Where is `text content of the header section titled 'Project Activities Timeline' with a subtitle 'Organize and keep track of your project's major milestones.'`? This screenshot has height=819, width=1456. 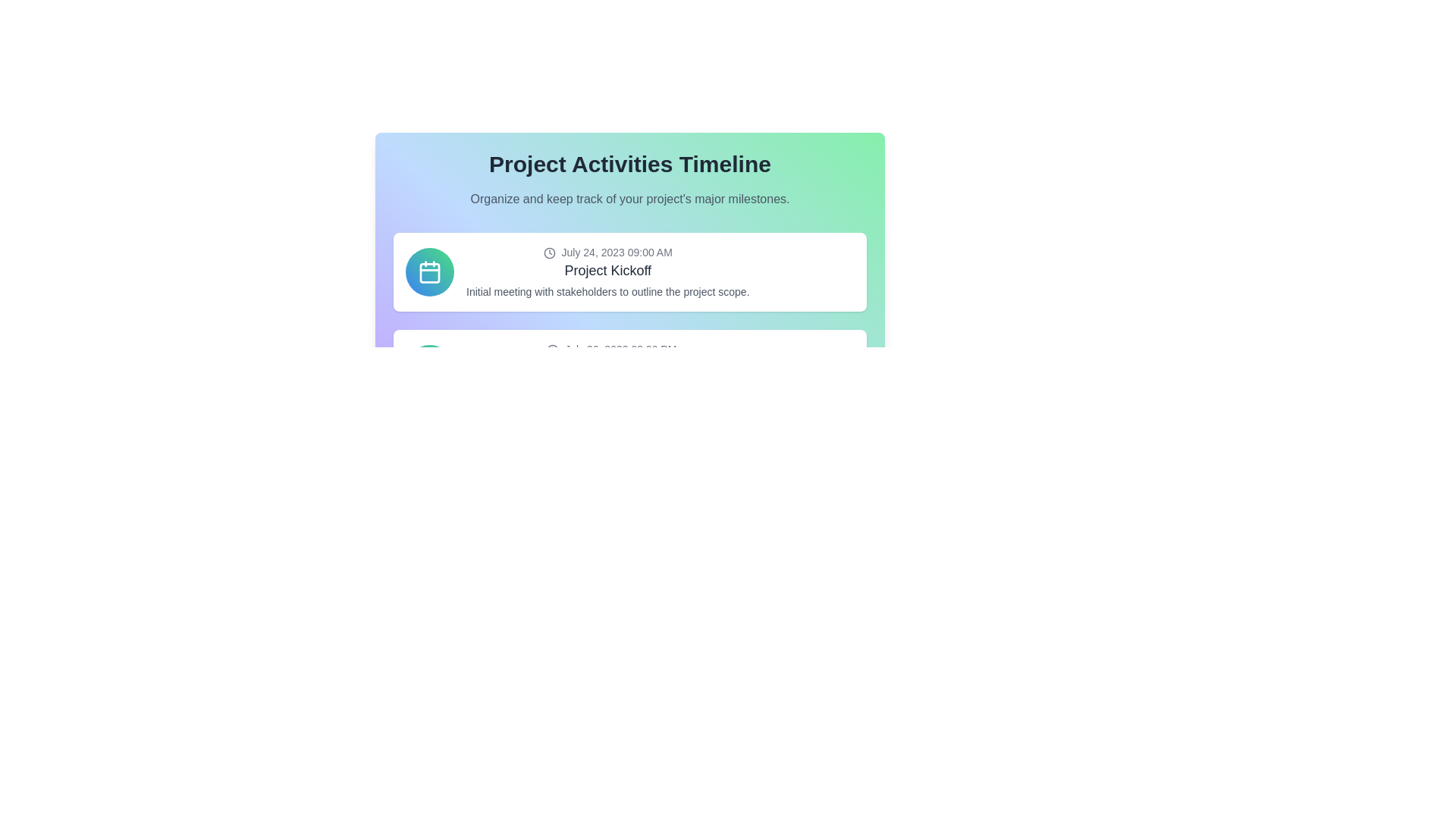 text content of the header section titled 'Project Activities Timeline' with a subtitle 'Organize and keep track of your project's major milestones.' is located at coordinates (629, 178).